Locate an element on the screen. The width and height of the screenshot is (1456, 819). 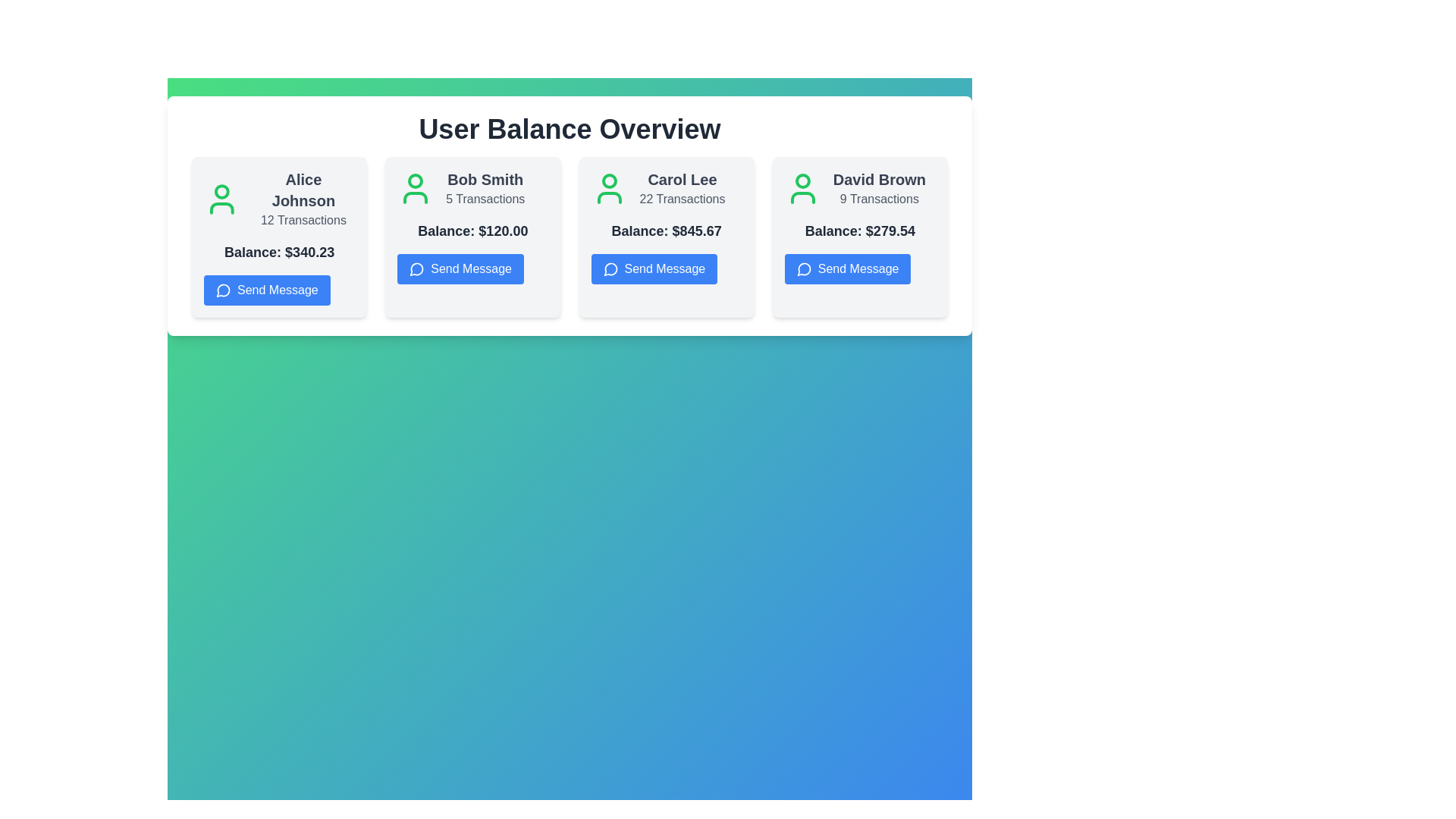
the decorative circle within the SVG representation of the user avatar icon for 'Carol Lee', located on the third card in the 'User Balance Overview' layout is located at coordinates (609, 180).